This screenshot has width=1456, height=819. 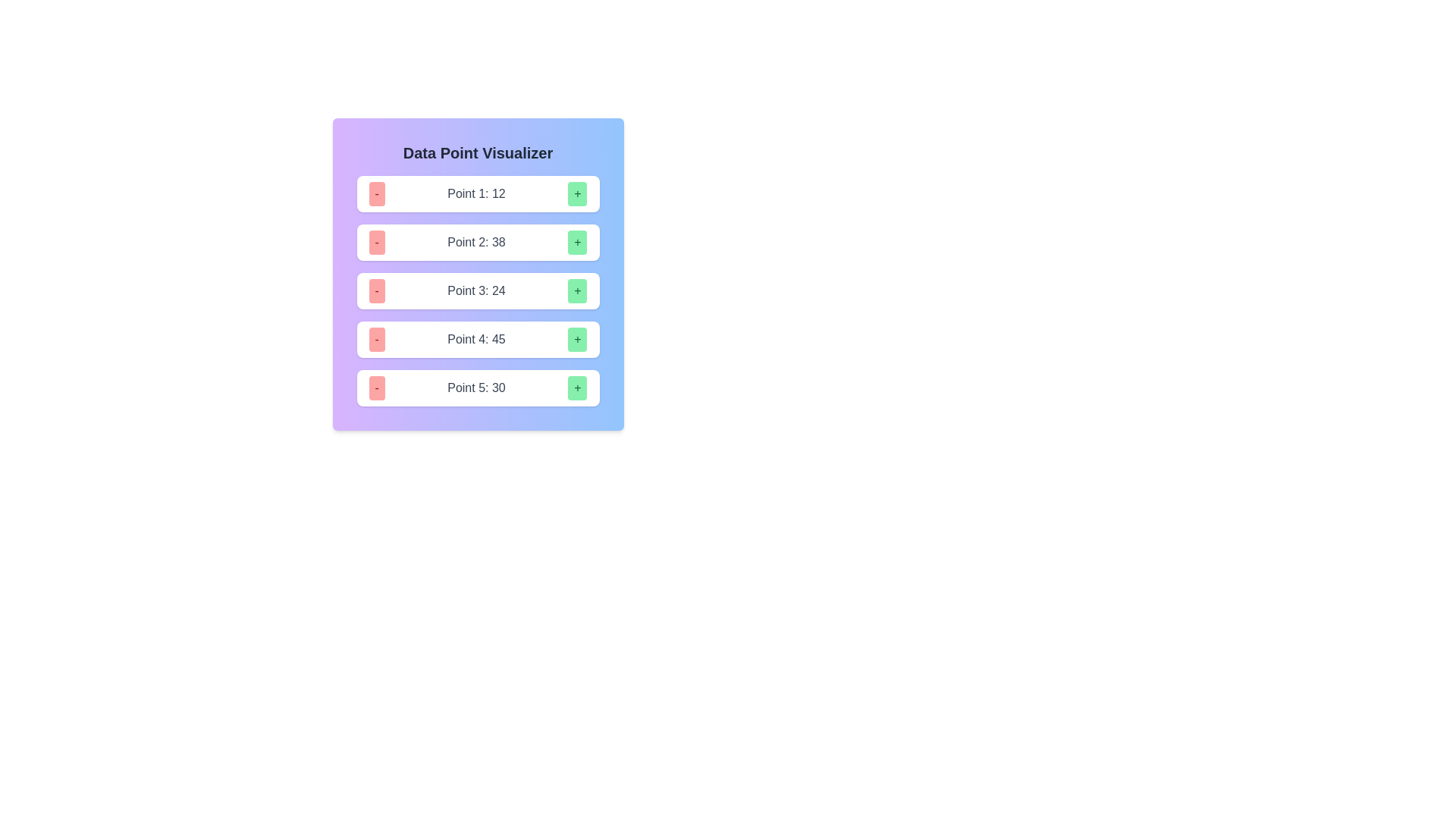 I want to click on the increment button located on the right side of the second row under the 'Data Point Visualizer' heading, so click(x=576, y=242).